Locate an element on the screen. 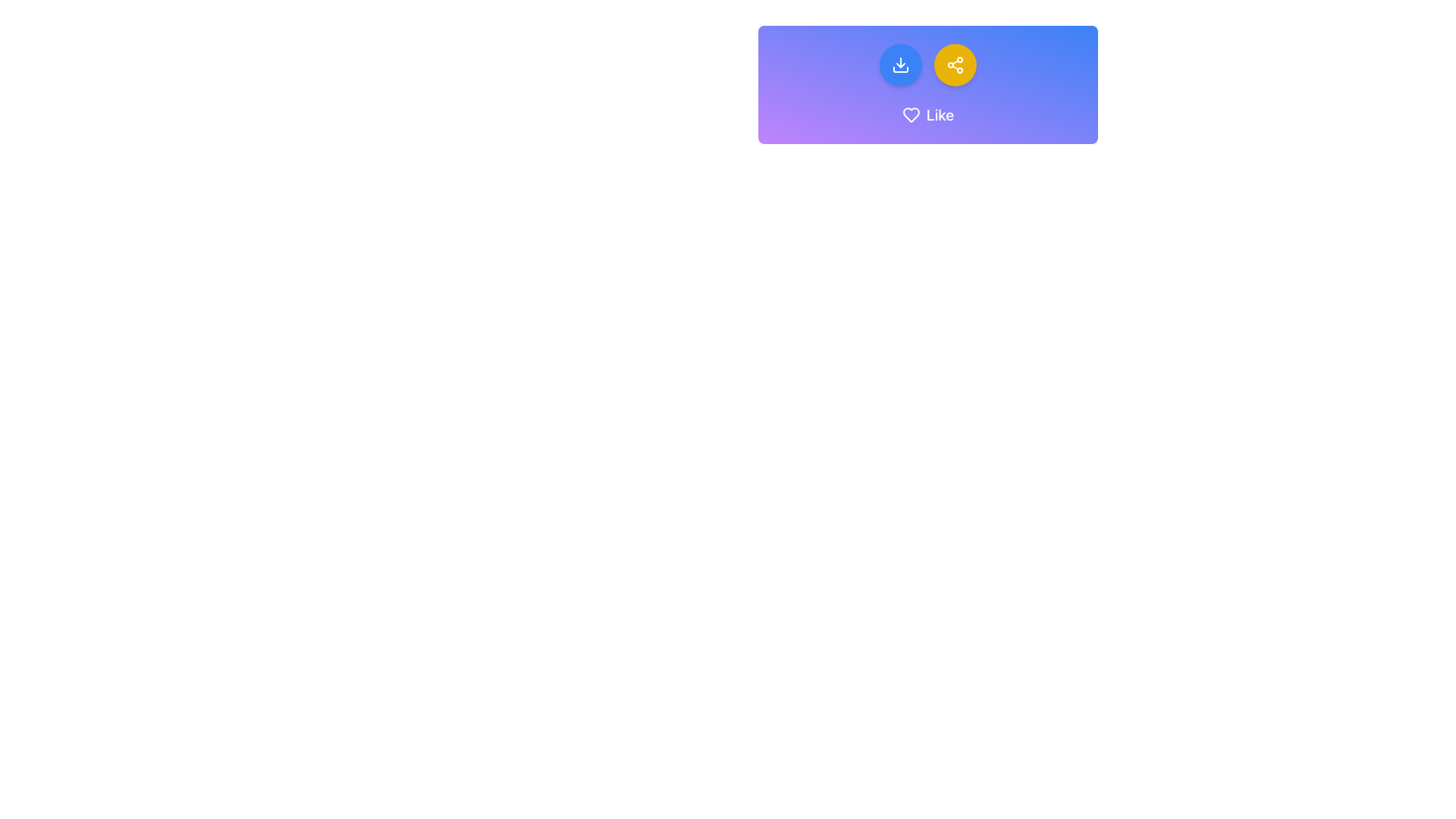 The height and width of the screenshot is (819, 1456). the Label with a white heart icon and the text 'Like' on a purple gradient background, which is positioned beneath two circular buttons is located at coordinates (927, 114).